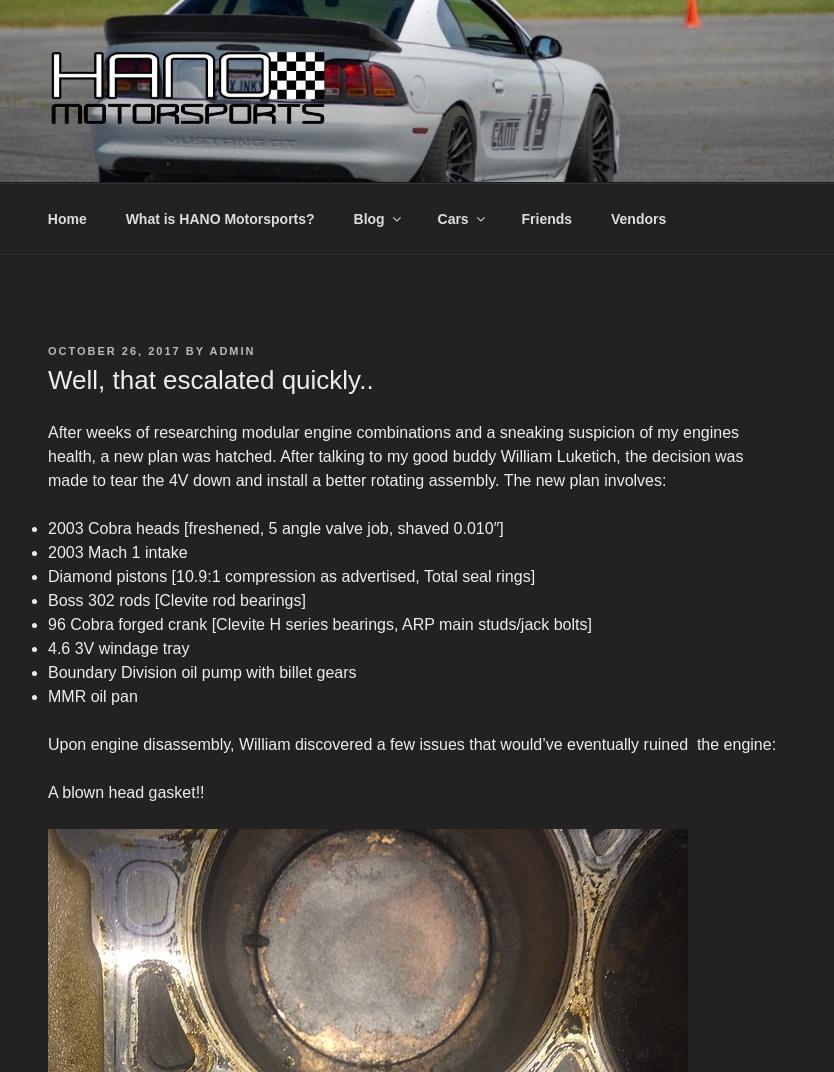  I want to click on 'Cars', so click(437, 218).